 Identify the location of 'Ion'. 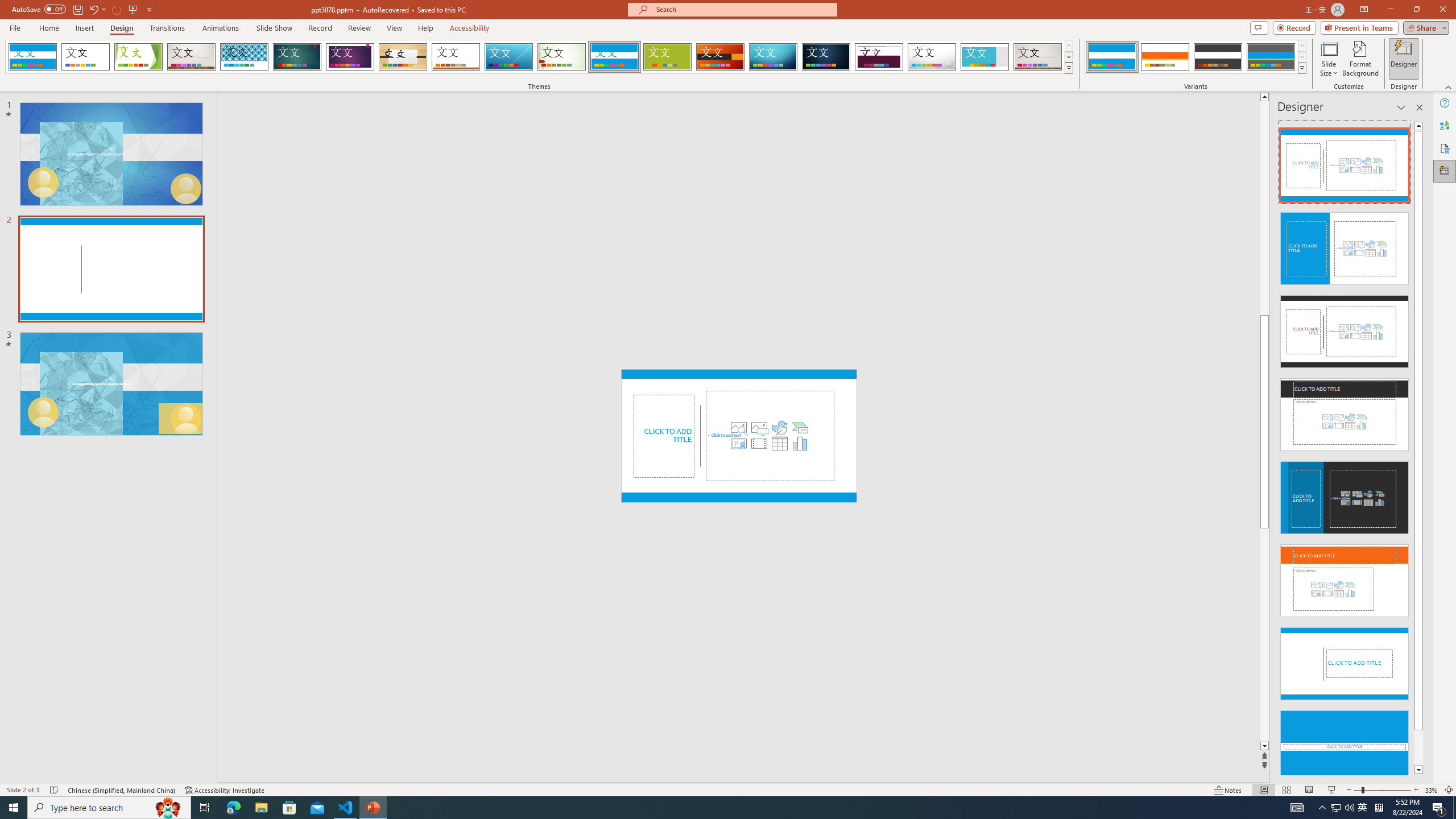
(296, 56).